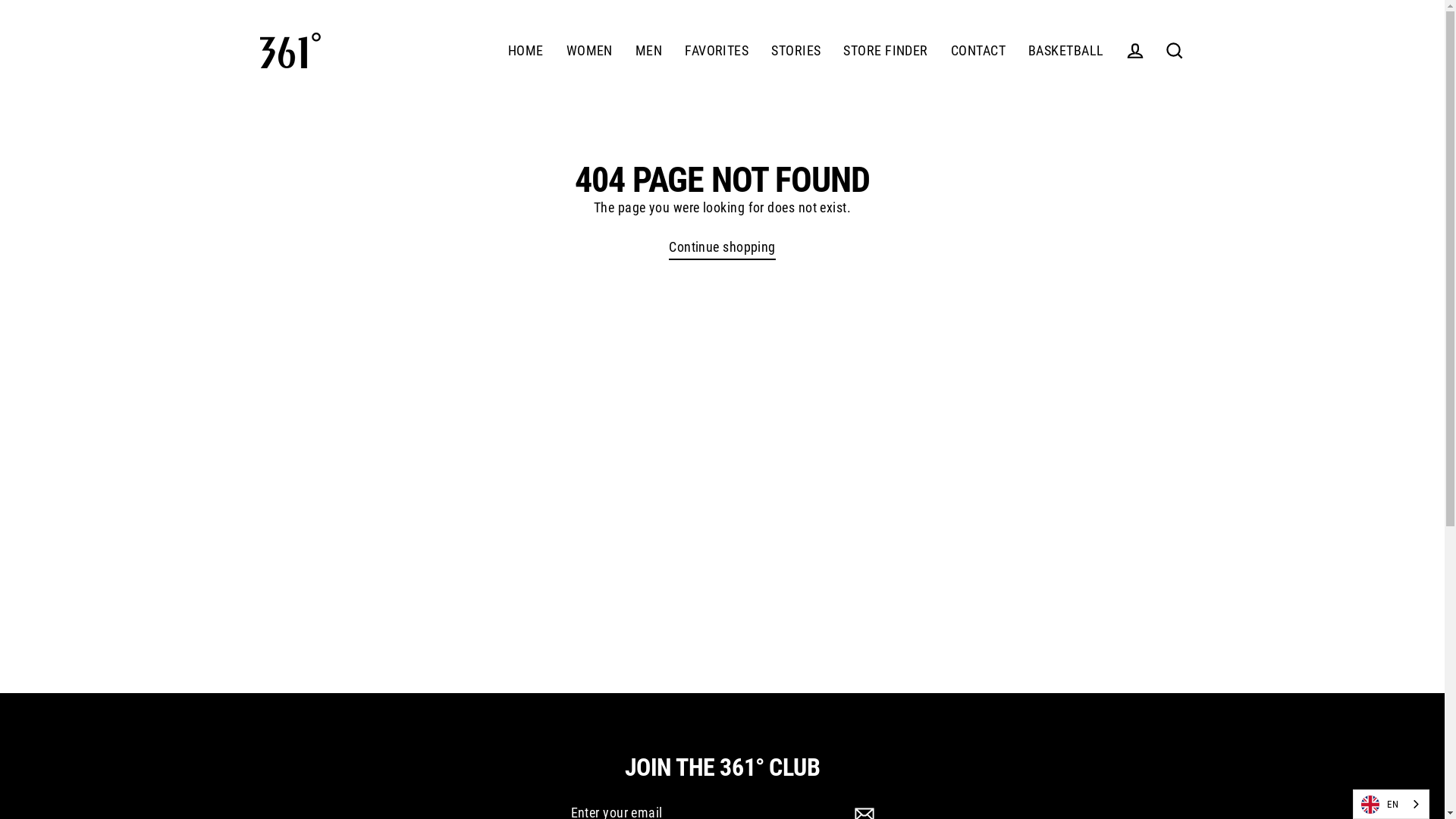 The image size is (1456, 819). Describe the element at coordinates (721, 247) in the screenshot. I see `'Continue shopping'` at that location.